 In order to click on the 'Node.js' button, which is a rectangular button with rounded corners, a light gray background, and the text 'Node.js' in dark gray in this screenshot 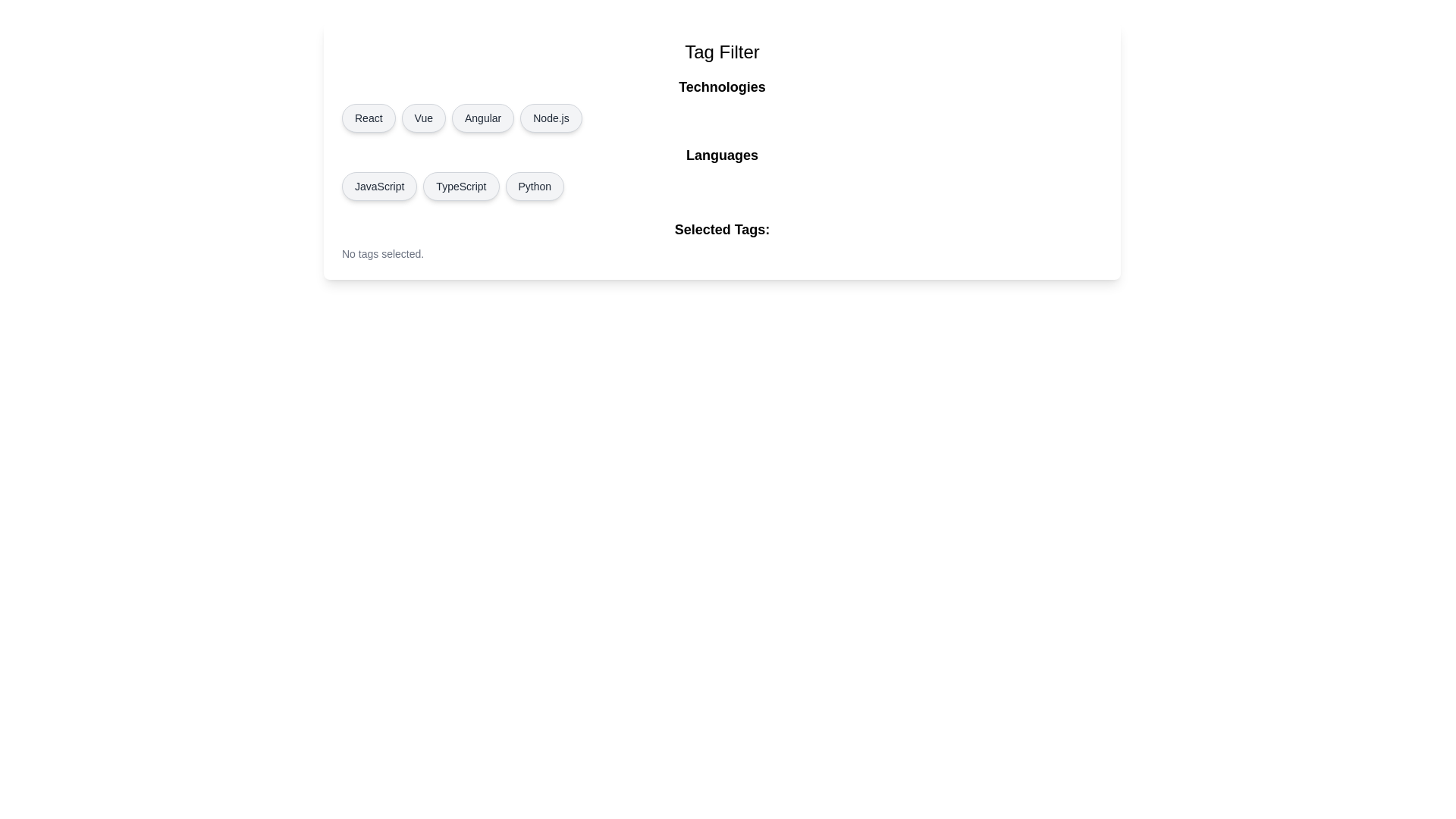, I will do `click(550, 117)`.